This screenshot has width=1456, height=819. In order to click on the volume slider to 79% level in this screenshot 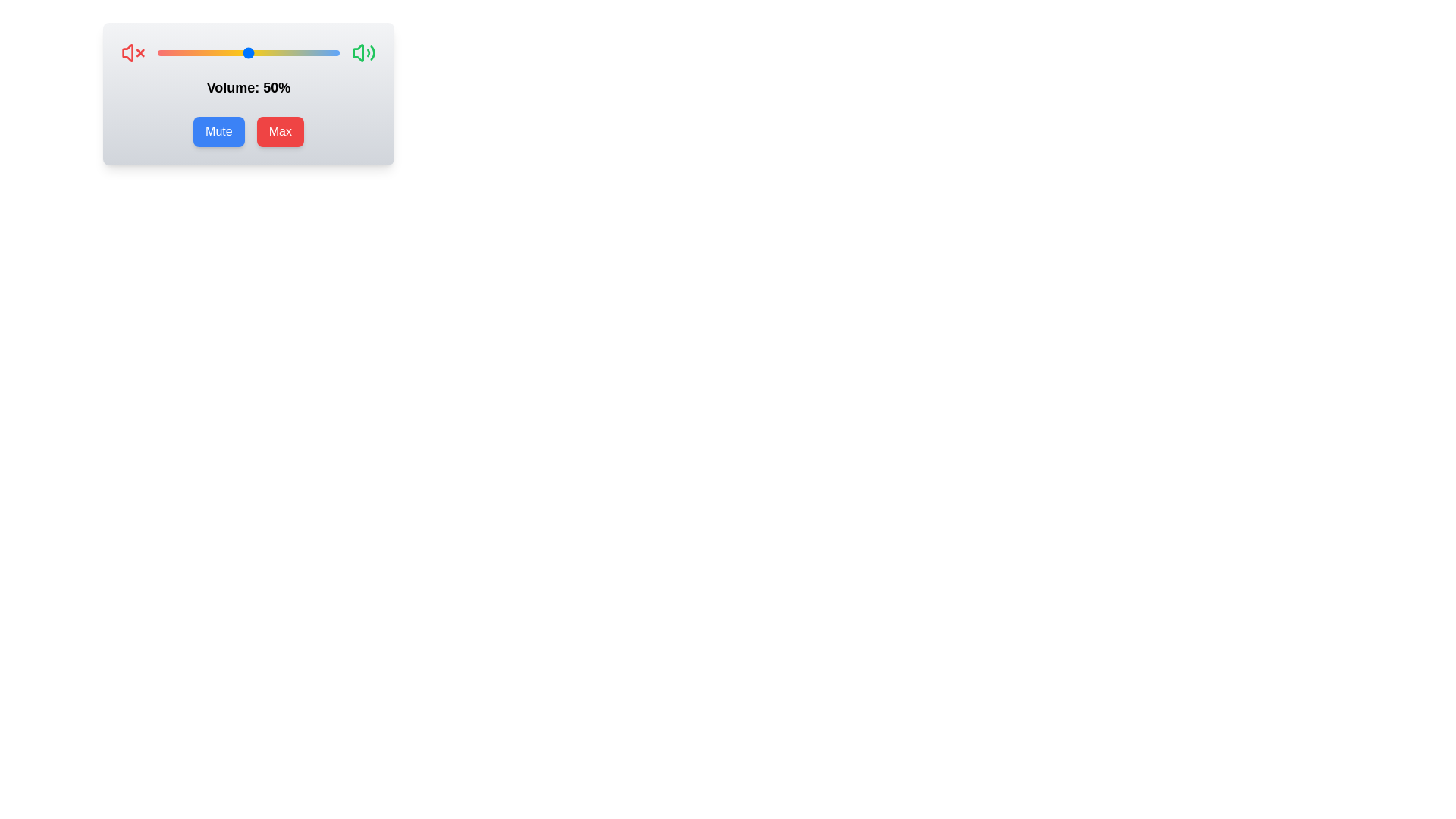, I will do `click(301, 52)`.